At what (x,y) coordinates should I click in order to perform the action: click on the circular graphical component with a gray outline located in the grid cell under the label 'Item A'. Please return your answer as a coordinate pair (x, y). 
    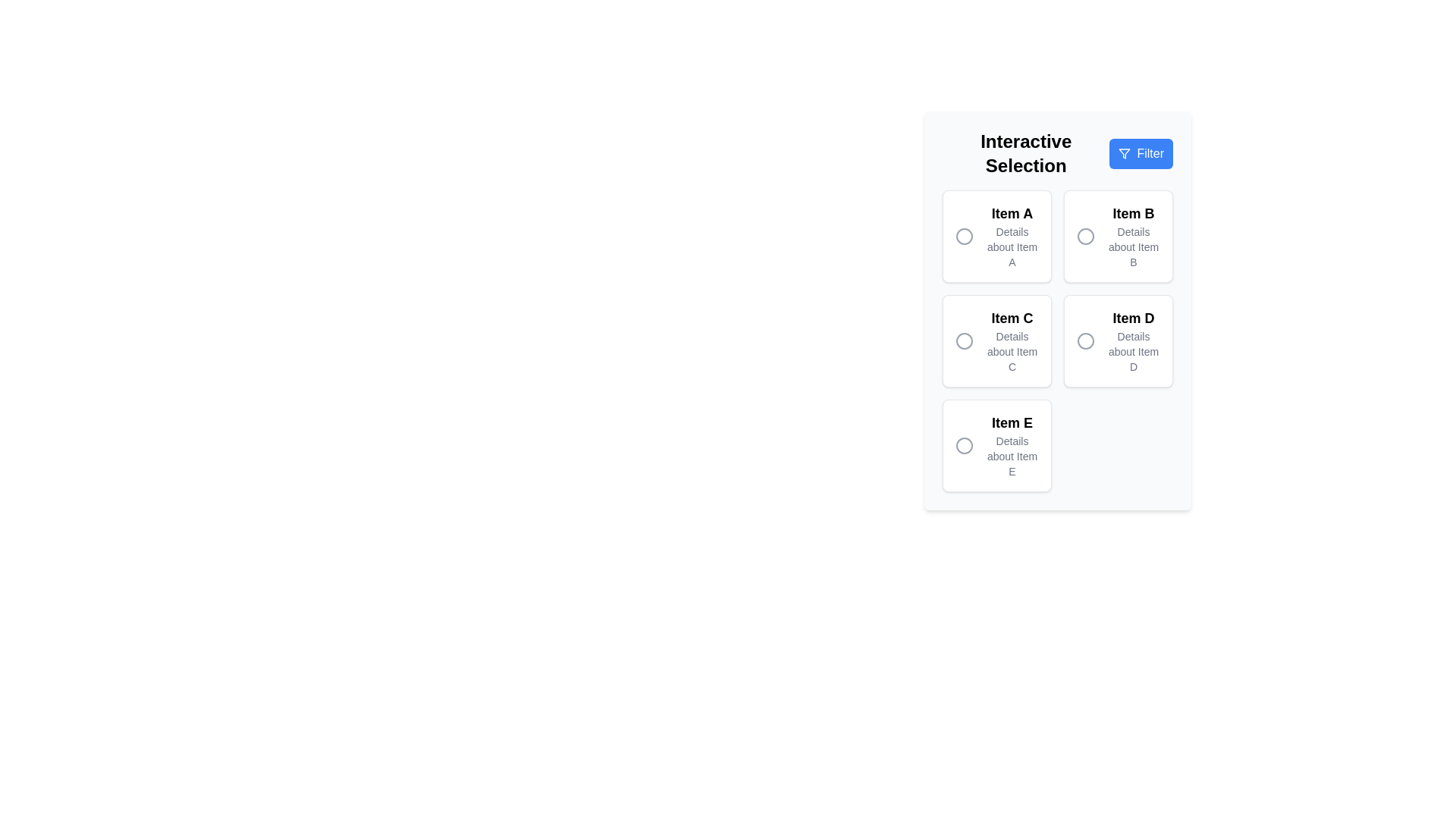
    Looking at the image, I should click on (964, 237).